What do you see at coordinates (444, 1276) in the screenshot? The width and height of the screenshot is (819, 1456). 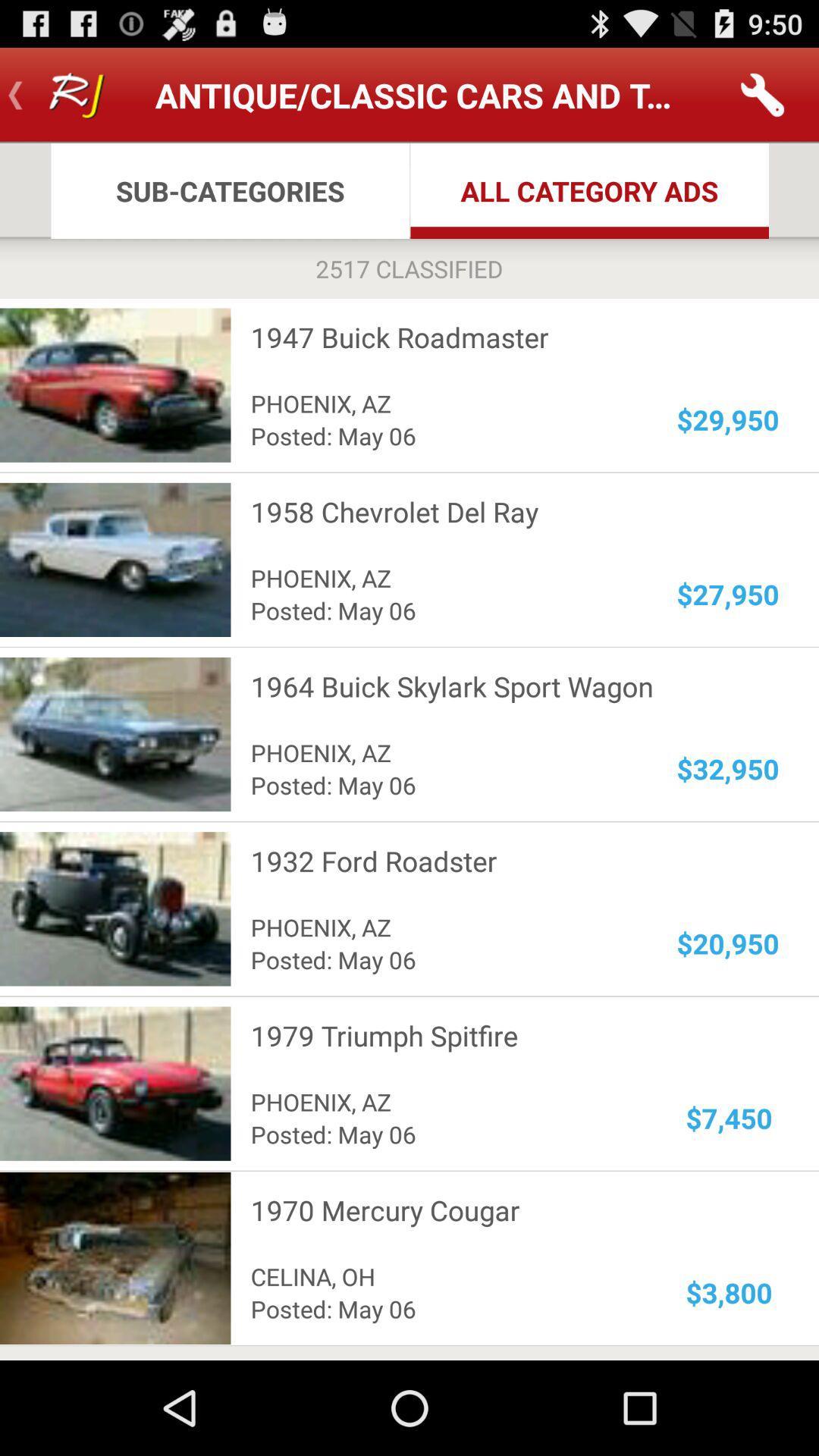 I see `app above posted: may 06 app` at bounding box center [444, 1276].